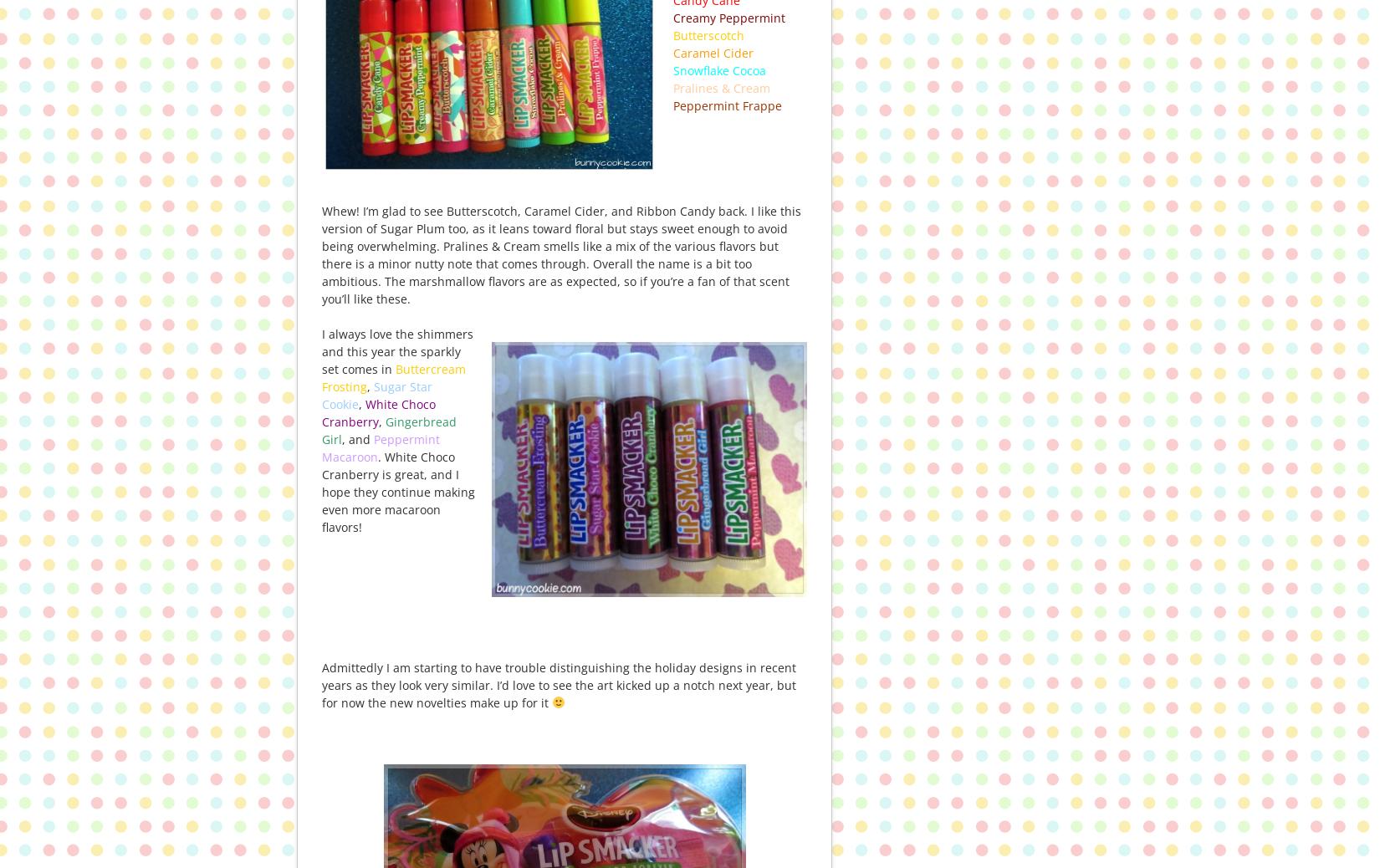 The width and height of the screenshot is (1380, 868). Describe the element at coordinates (672, 51) in the screenshot. I see `'Caramel Cider'` at that location.